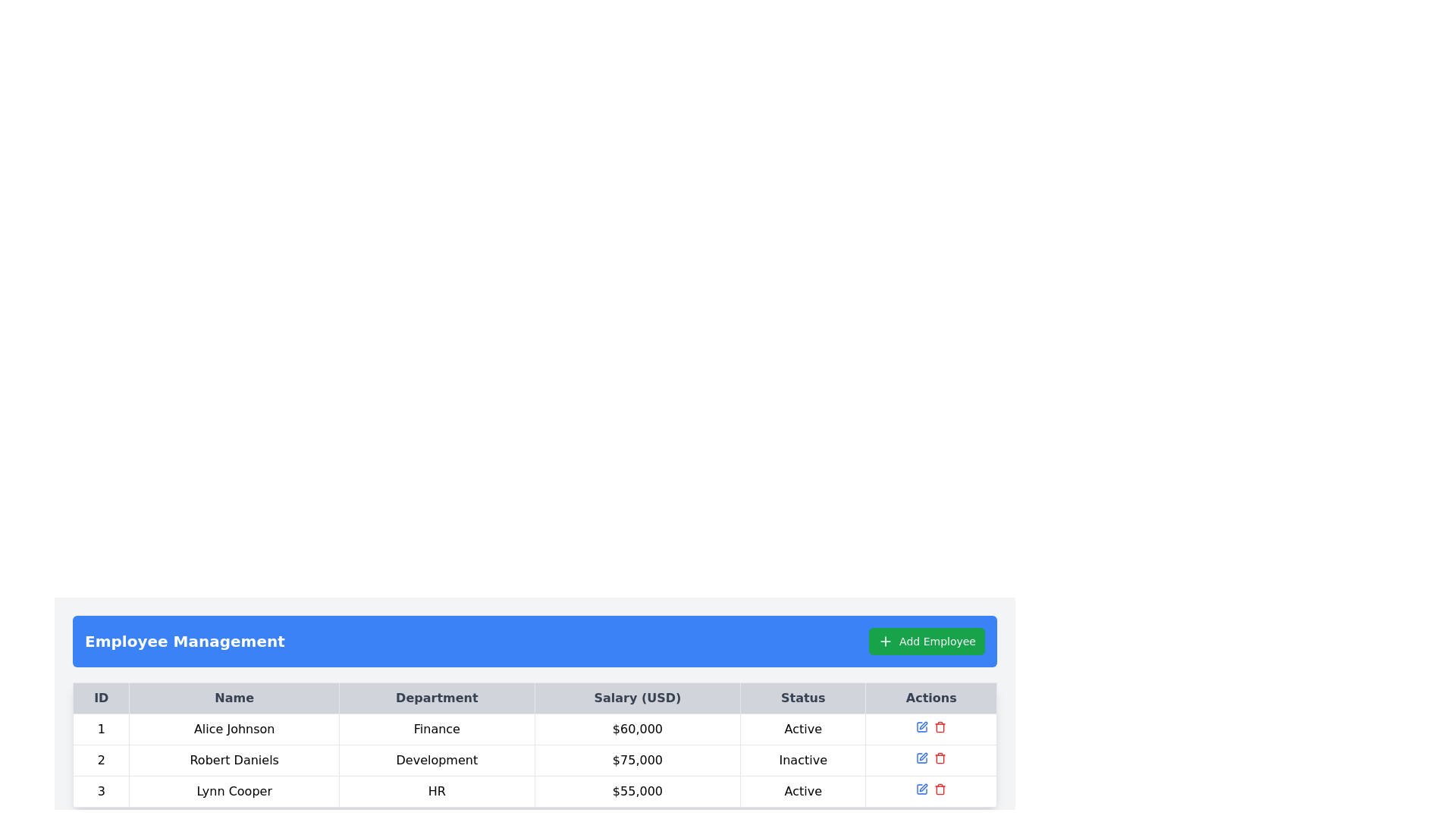 This screenshot has height=819, width=1456. I want to click on the red trash icon button in the 'Actions' column of the third table row, so click(940, 726).